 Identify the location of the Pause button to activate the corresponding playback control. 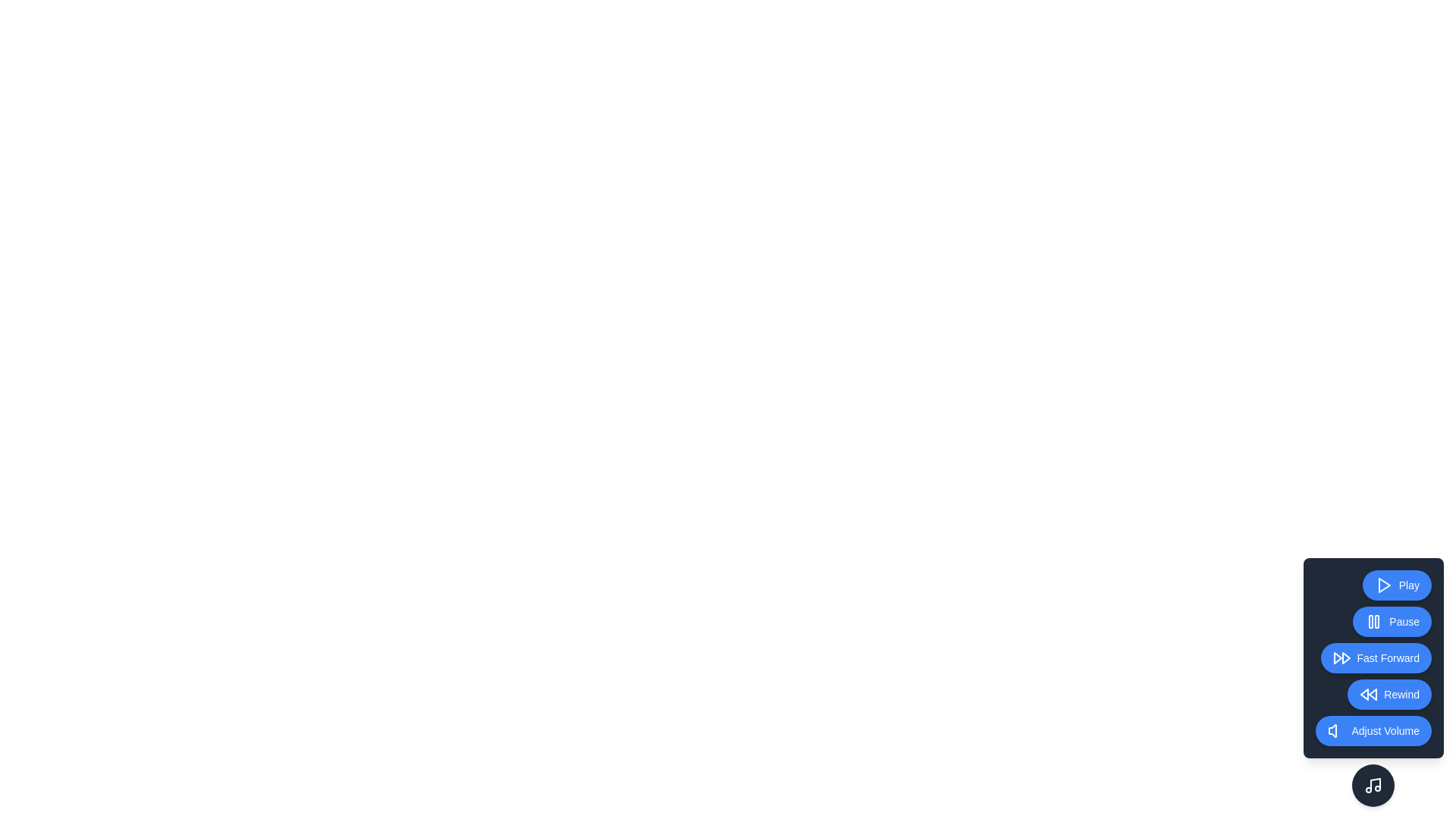
(1392, 622).